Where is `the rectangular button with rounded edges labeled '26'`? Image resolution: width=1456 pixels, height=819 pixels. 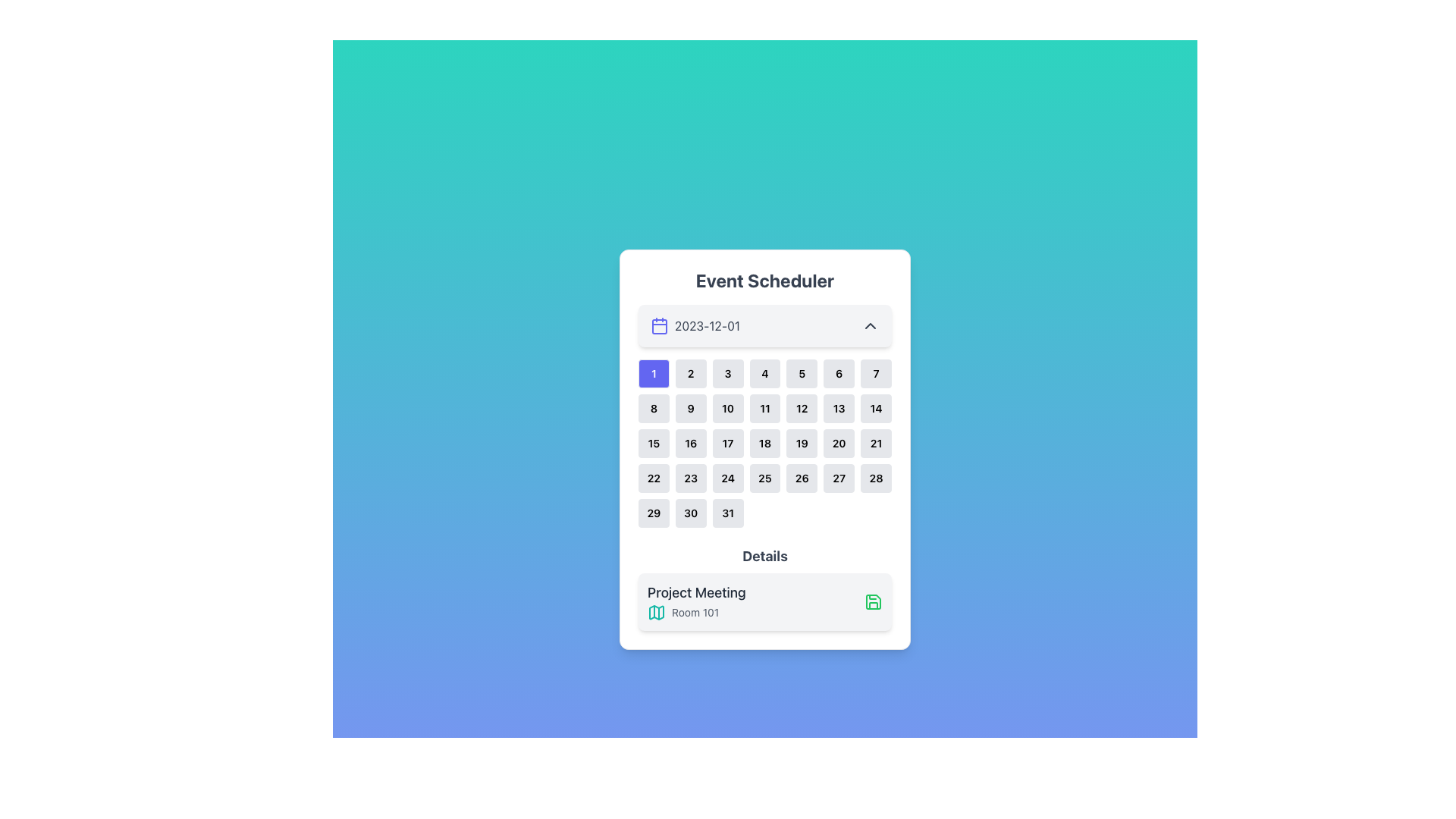
the rectangular button with rounded edges labeled '26' is located at coordinates (801, 479).